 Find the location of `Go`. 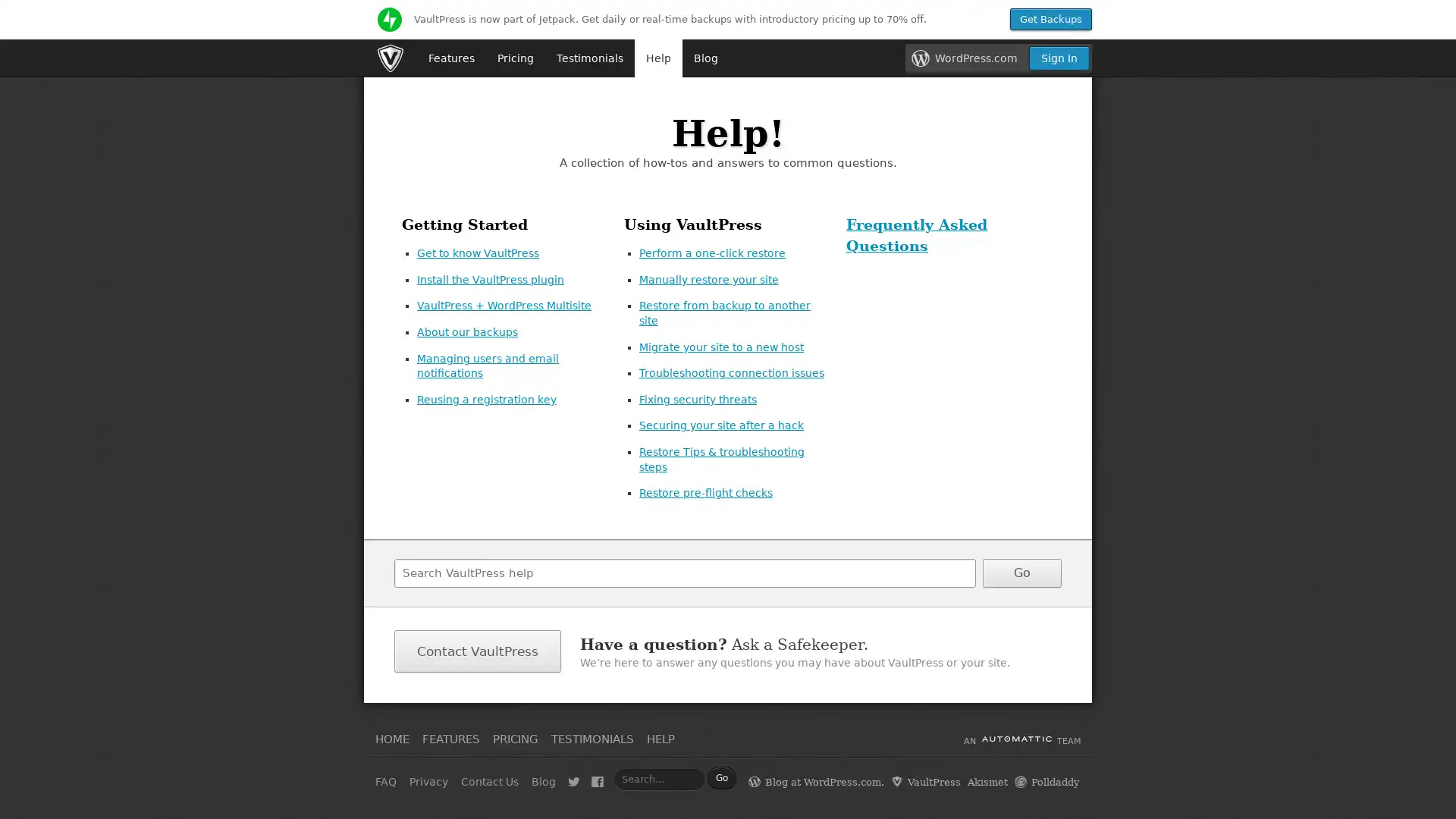

Go is located at coordinates (720, 777).